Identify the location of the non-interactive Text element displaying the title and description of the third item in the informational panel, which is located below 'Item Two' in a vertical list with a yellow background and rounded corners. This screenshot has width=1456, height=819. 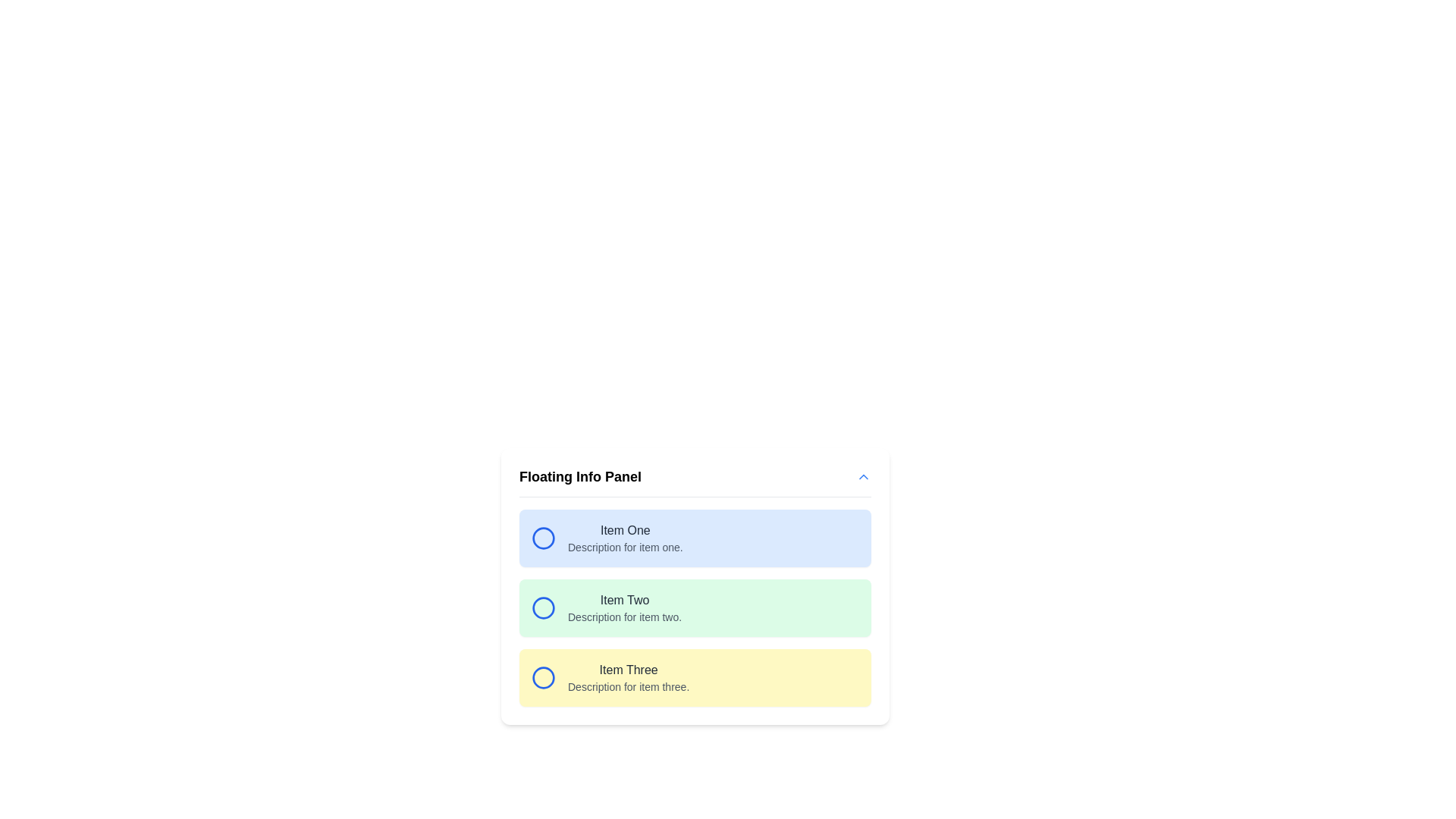
(629, 677).